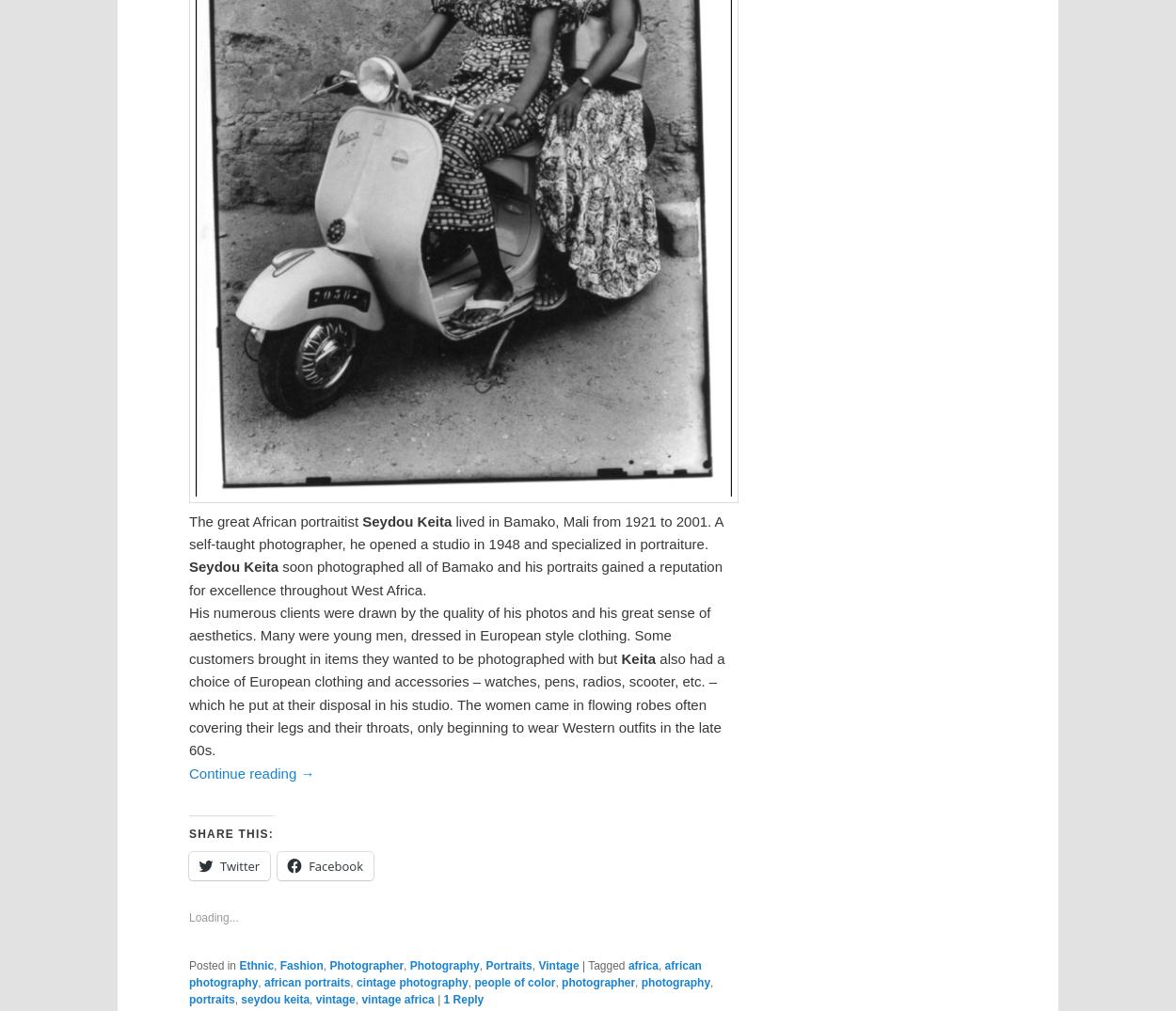 Image resolution: width=1176 pixels, height=1011 pixels. What do you see at coordinates (449, 635) in the screenshot?
I see `'His numerous clients were drawn by the quality of his photos and his great sense of aesthetics. Many were young men, dressed in European style clothing. Some customers brought in items they wanted to be photographed with but'` at bounding box center [449, 635].